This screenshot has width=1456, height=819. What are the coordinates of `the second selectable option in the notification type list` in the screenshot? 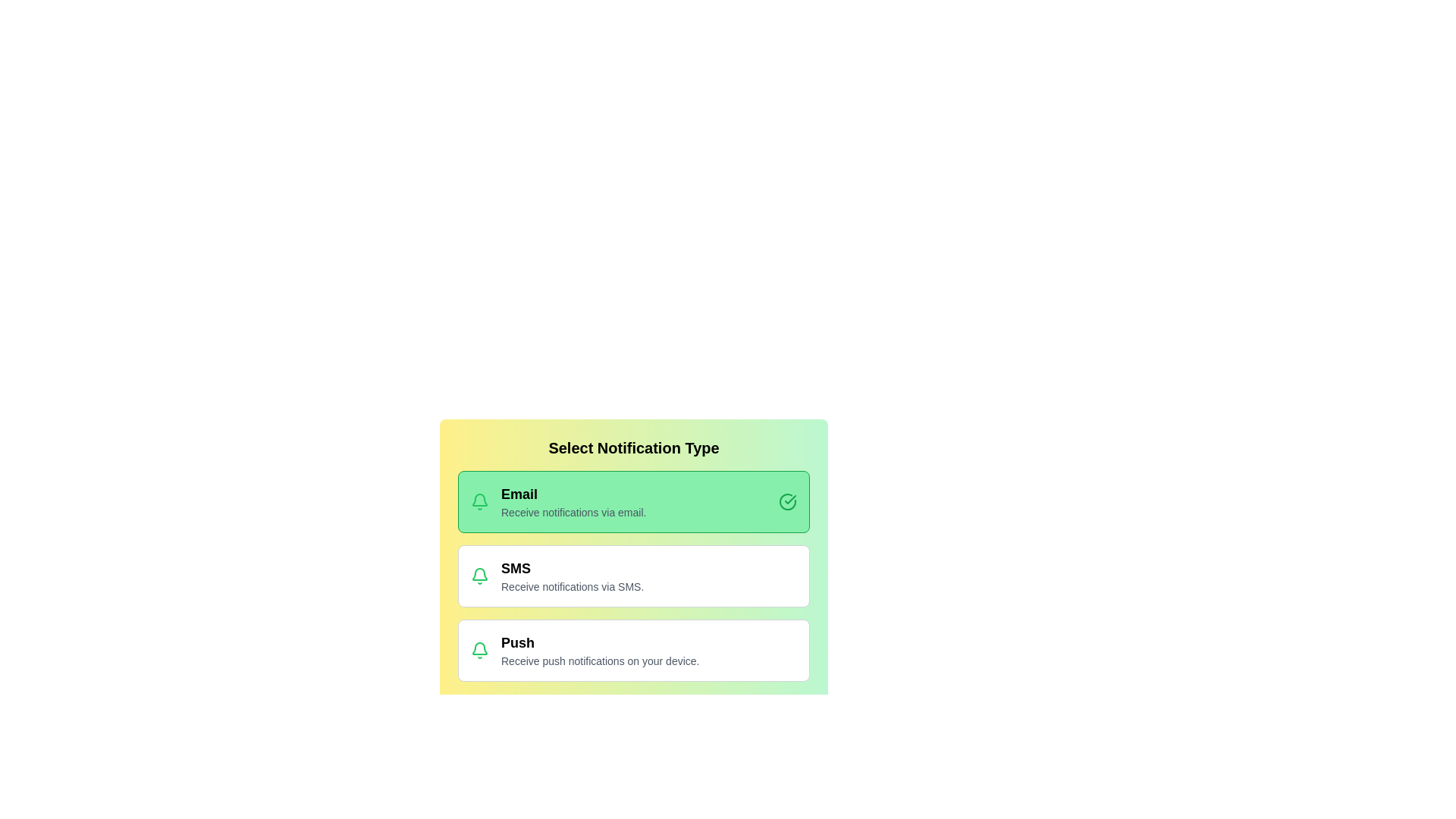 It's located at (633, 576).